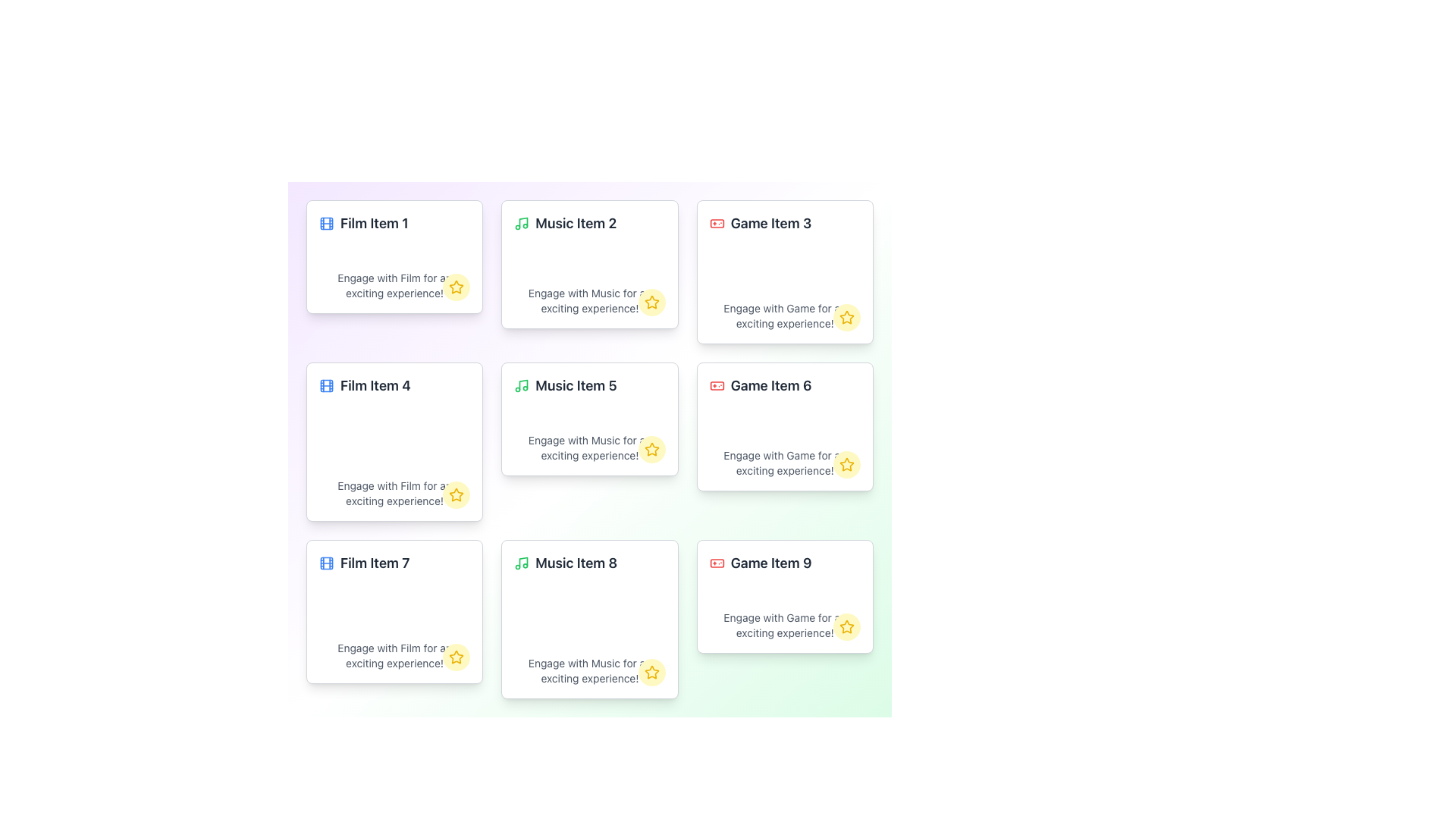 This screenshot has width=1456, height=819. Describe the element at coordinates (394, 654) in the screenshot. I see `the text label displaying 'Engage with Film for an exciting experience!' located beneath the header 'Film Item 7'` at that location.